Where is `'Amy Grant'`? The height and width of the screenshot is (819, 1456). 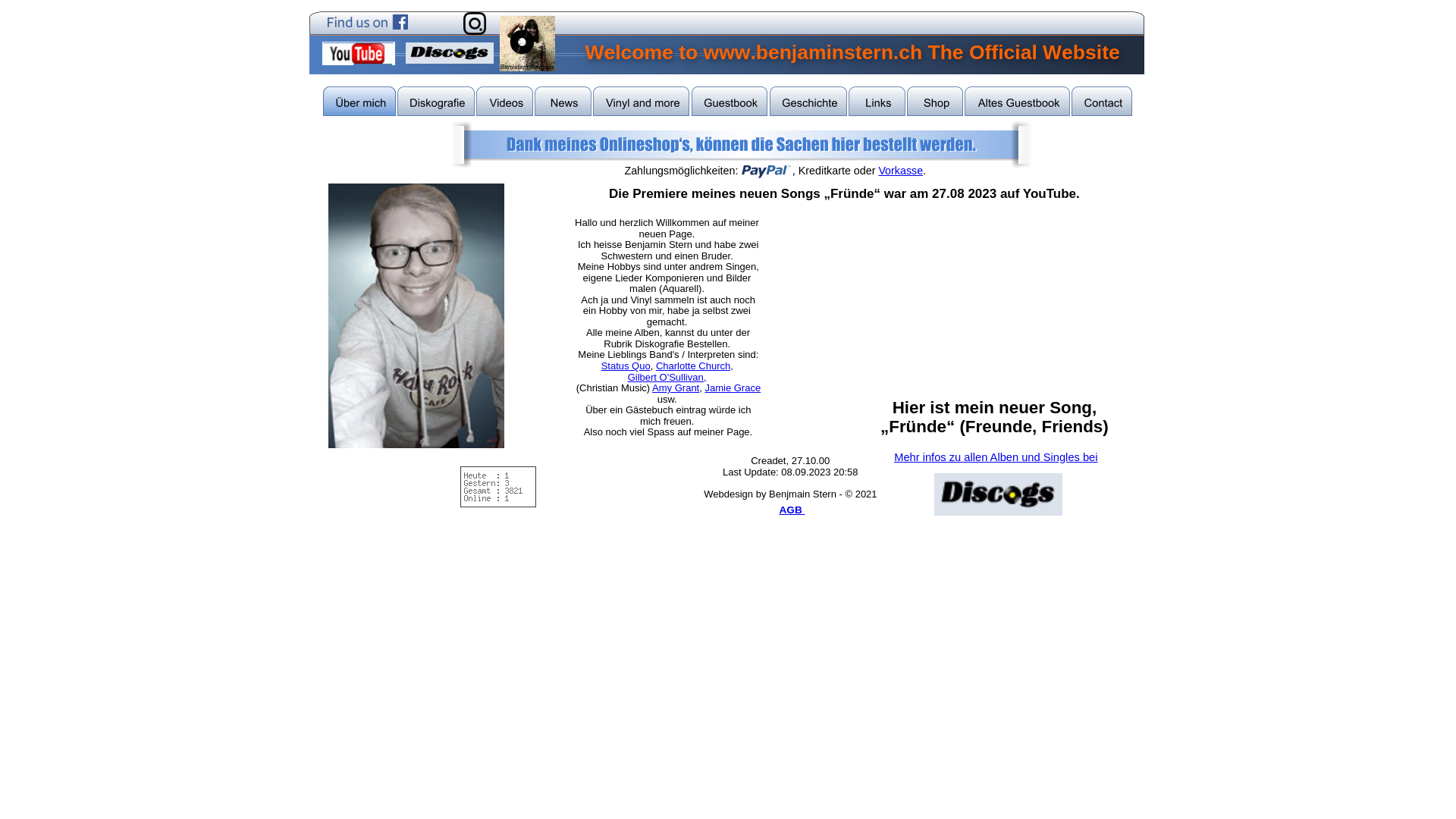
'Amy Grant' is located at coordinates (675, 387).